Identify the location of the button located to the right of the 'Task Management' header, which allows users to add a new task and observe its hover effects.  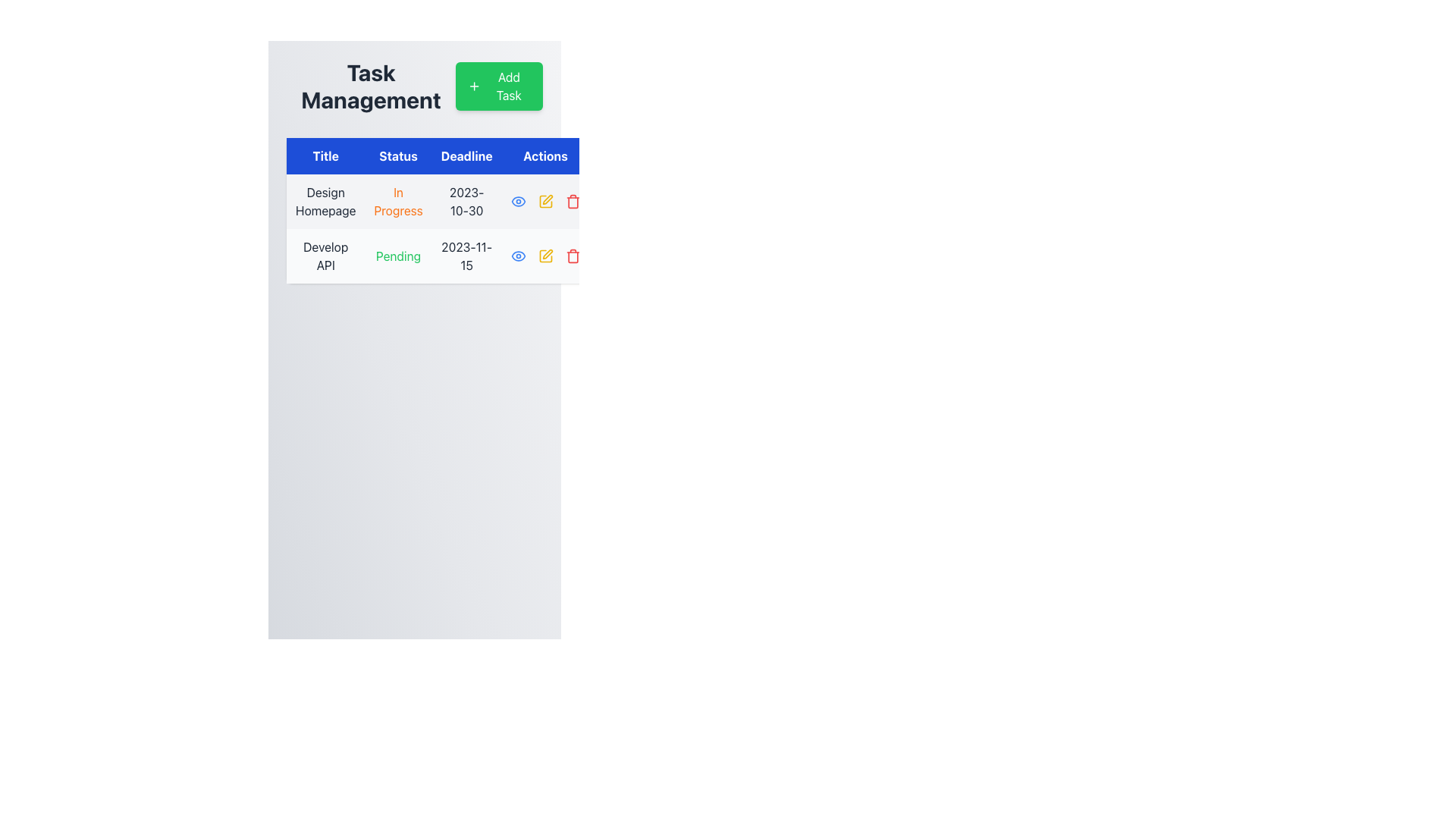
(499, 86).